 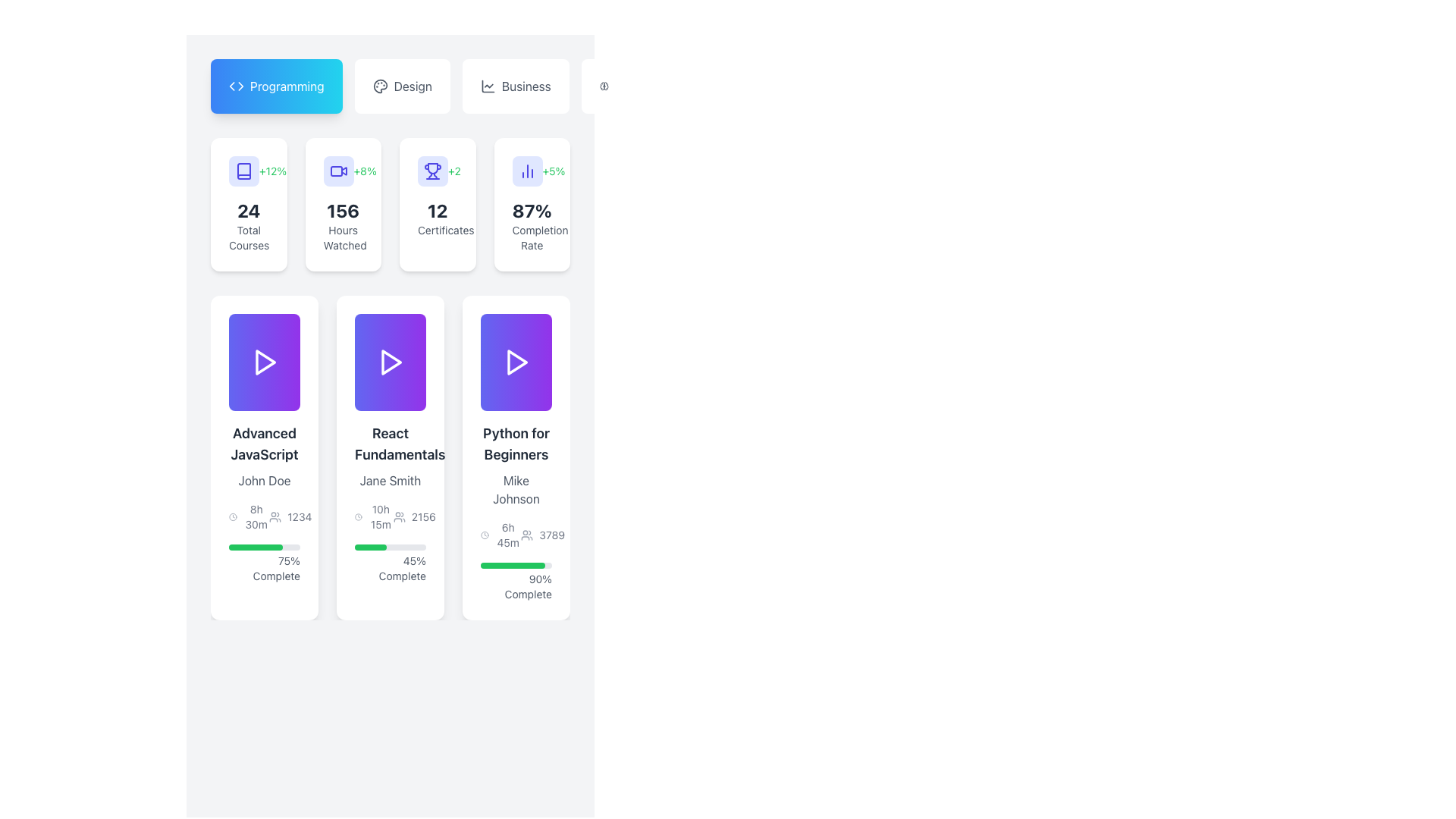 What do you see at coordinates (390, 568) in the screenshot?
I see `the static text that reads '45% Complete', which is styled in a smaller gray font and located below the green progress bar within the second card under the 'React Fundamentals' section` at bounding box center [390, 568].